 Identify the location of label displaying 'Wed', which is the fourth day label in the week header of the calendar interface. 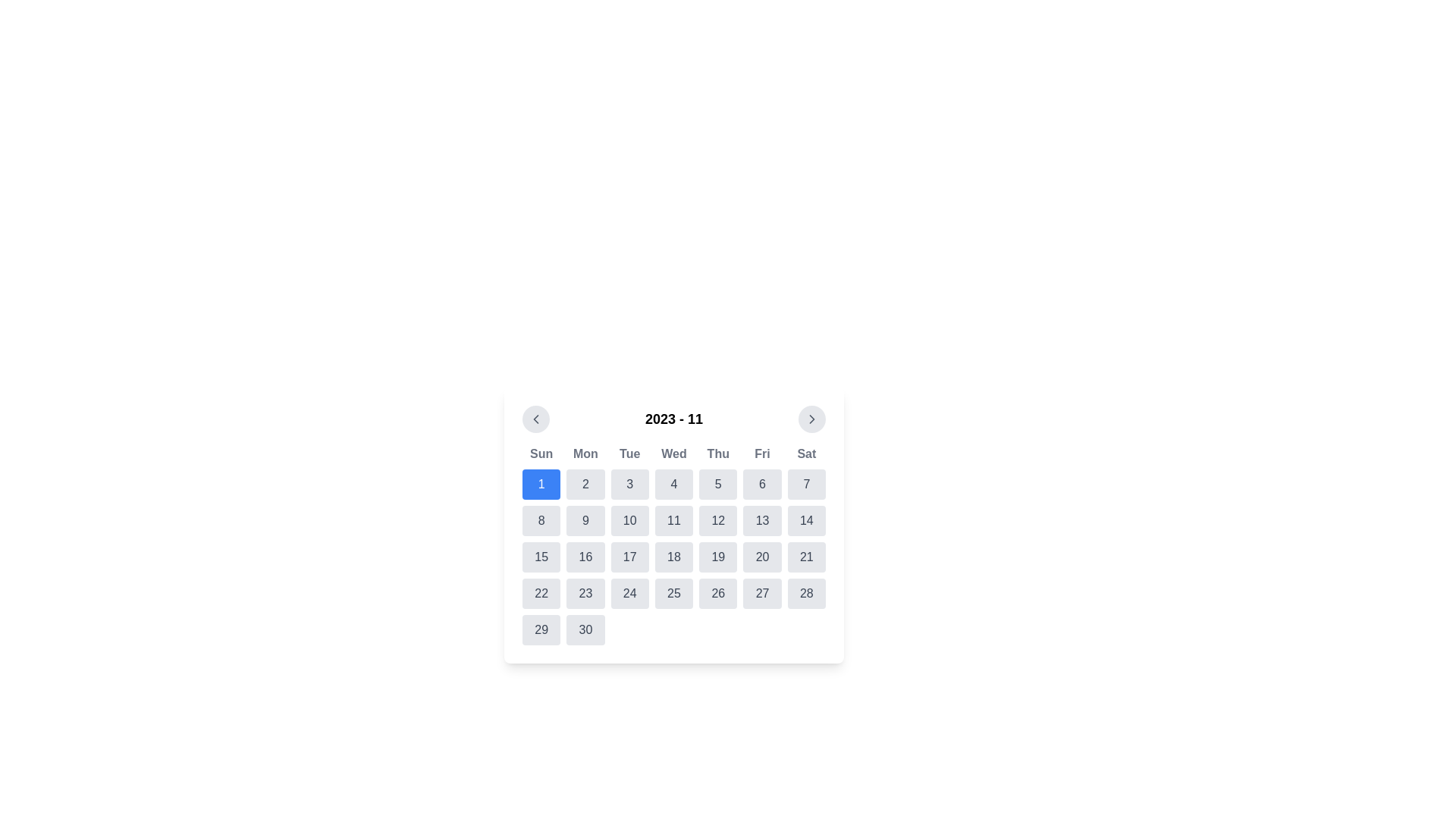
(673, 453).